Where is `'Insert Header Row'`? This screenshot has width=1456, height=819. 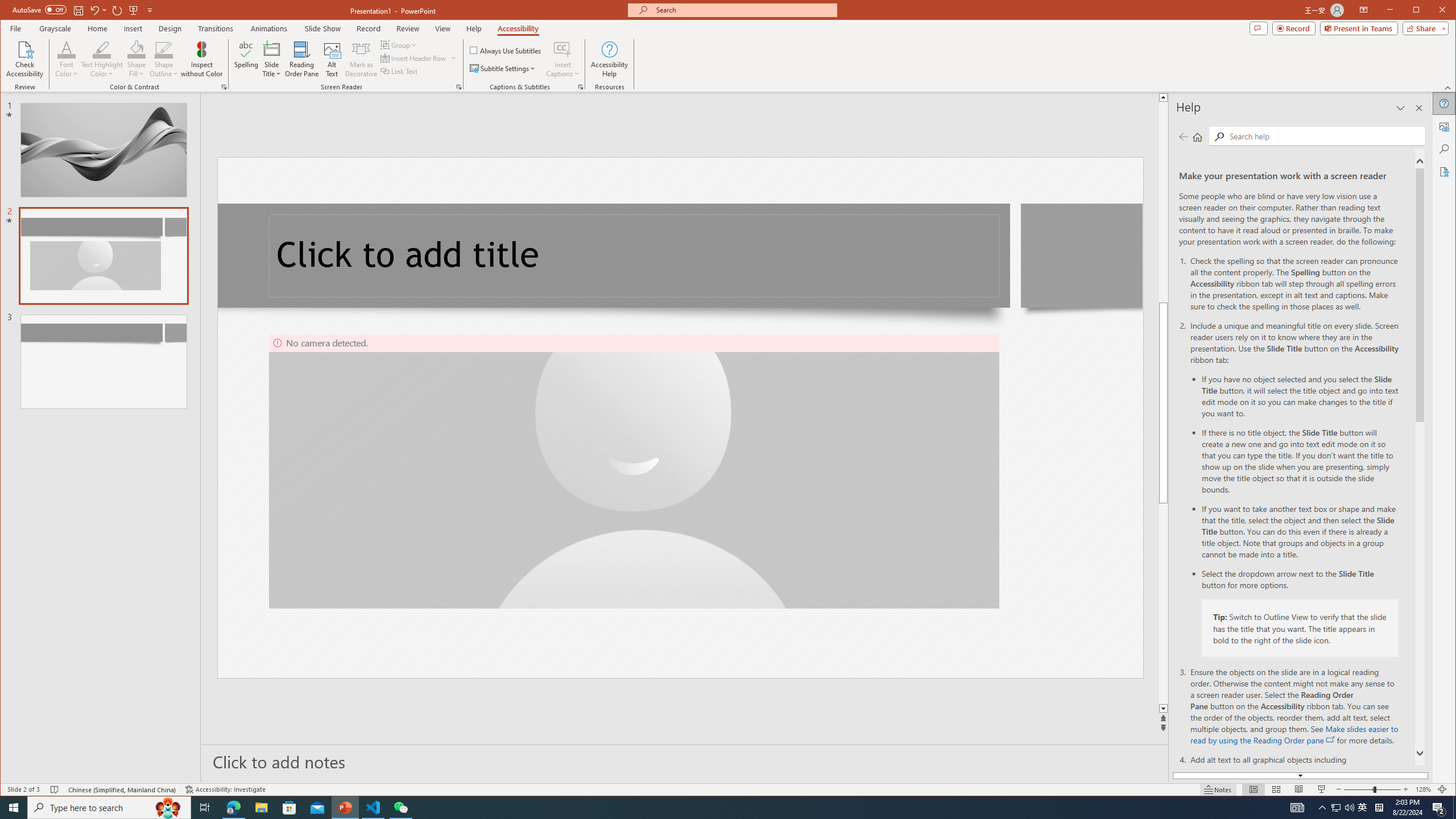 'Insert Header Row' is located at coordinates (418, 58).